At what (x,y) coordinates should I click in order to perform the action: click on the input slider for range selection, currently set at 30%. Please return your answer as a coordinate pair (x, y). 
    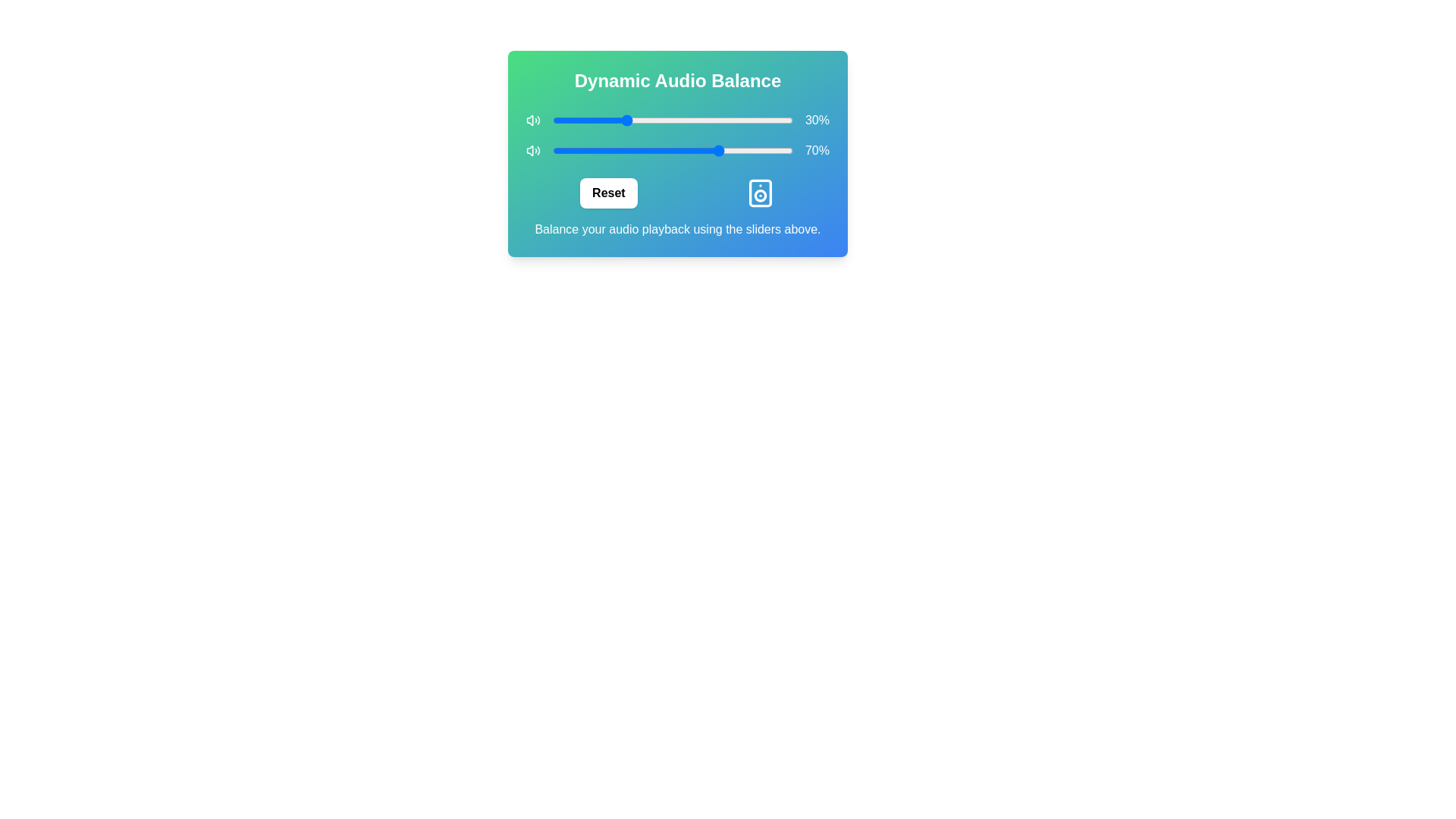
    Looking at the image, I should click on (672, 119).